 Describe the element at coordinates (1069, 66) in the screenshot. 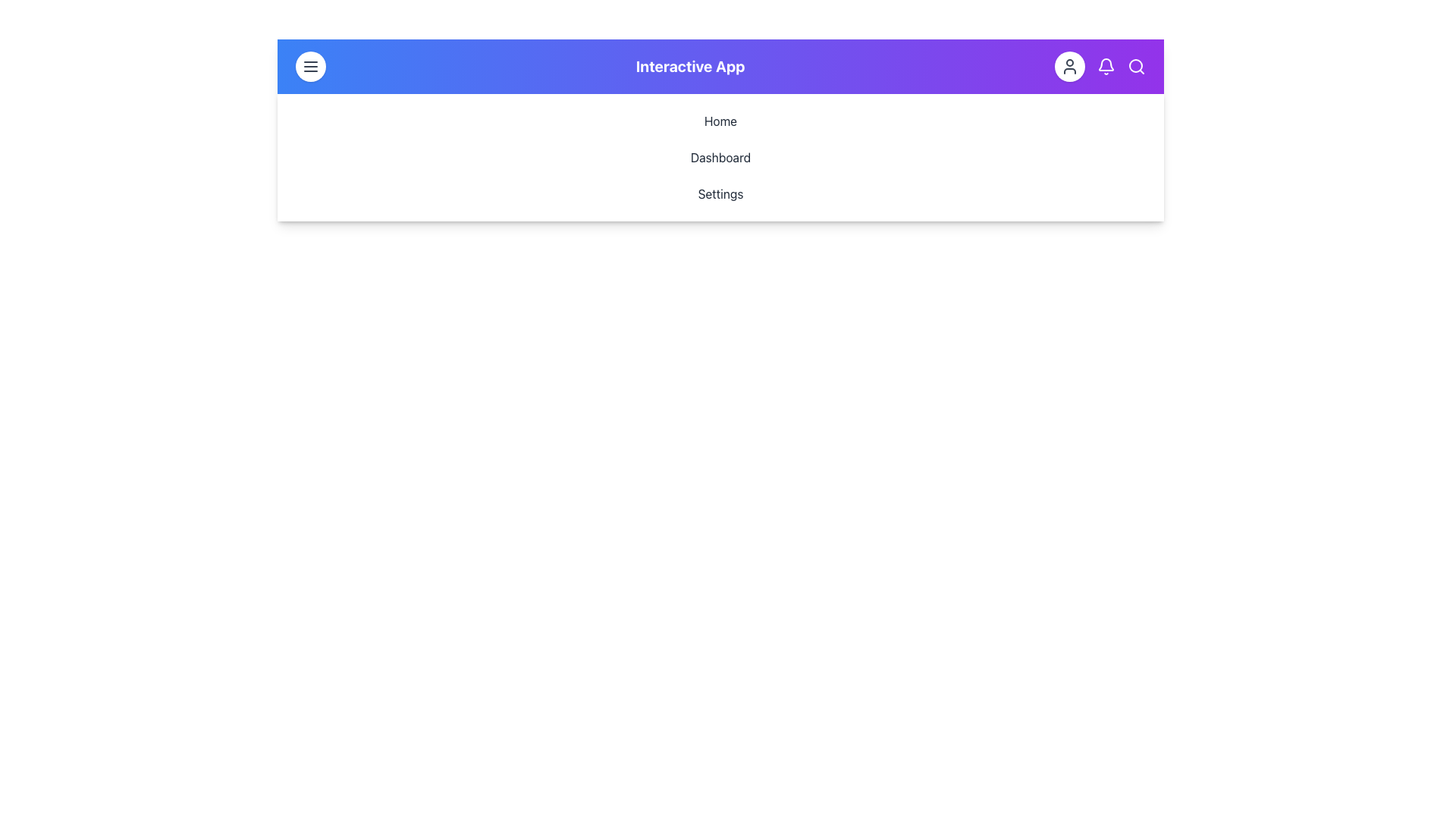

I see `the user silhouette icon in the top right corner of the navigation bar` at that location.